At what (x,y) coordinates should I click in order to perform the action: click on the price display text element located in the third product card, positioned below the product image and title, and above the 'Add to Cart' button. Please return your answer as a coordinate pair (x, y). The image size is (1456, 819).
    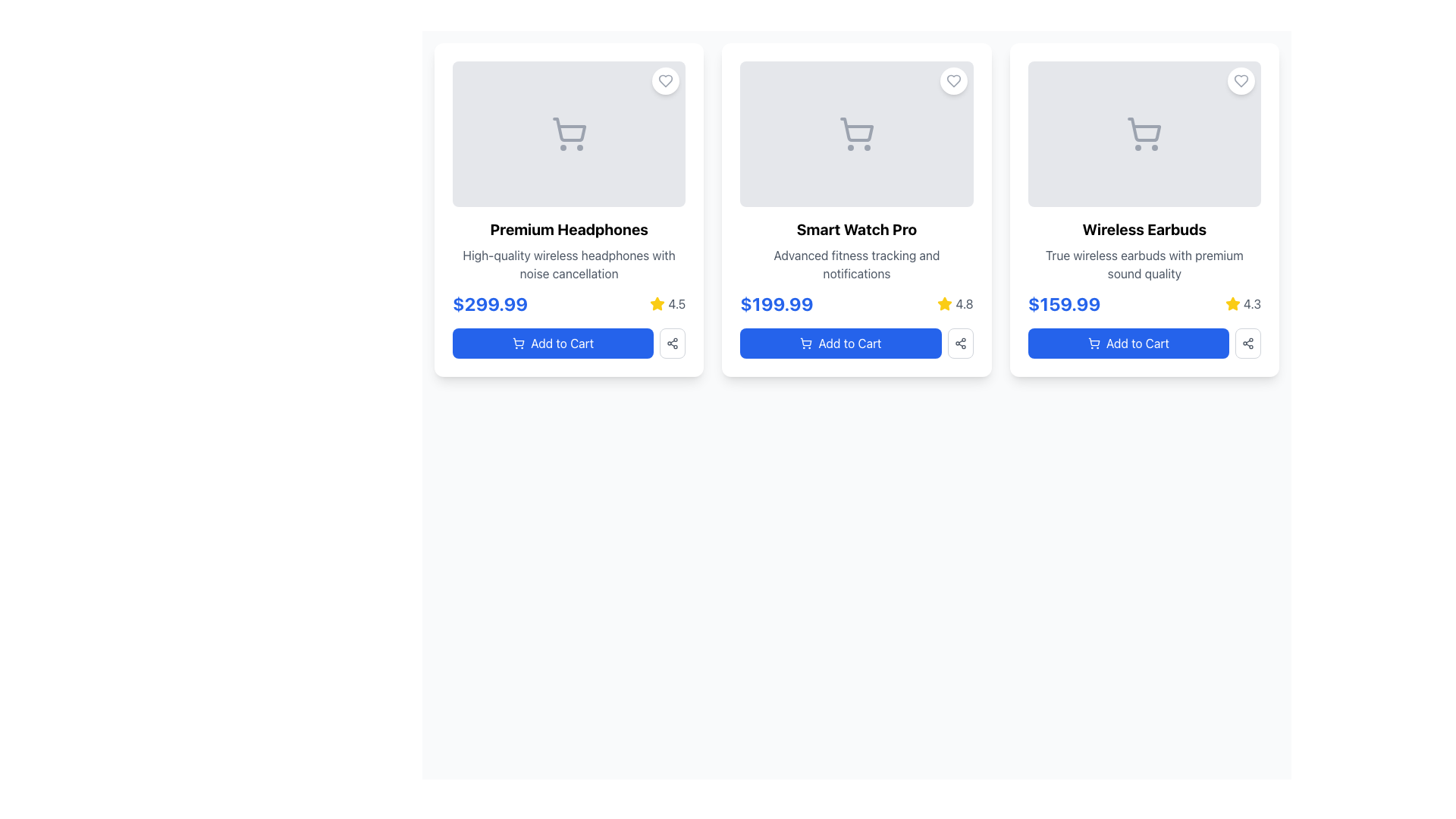
    Looking at the image, I should click on (1063, 304).